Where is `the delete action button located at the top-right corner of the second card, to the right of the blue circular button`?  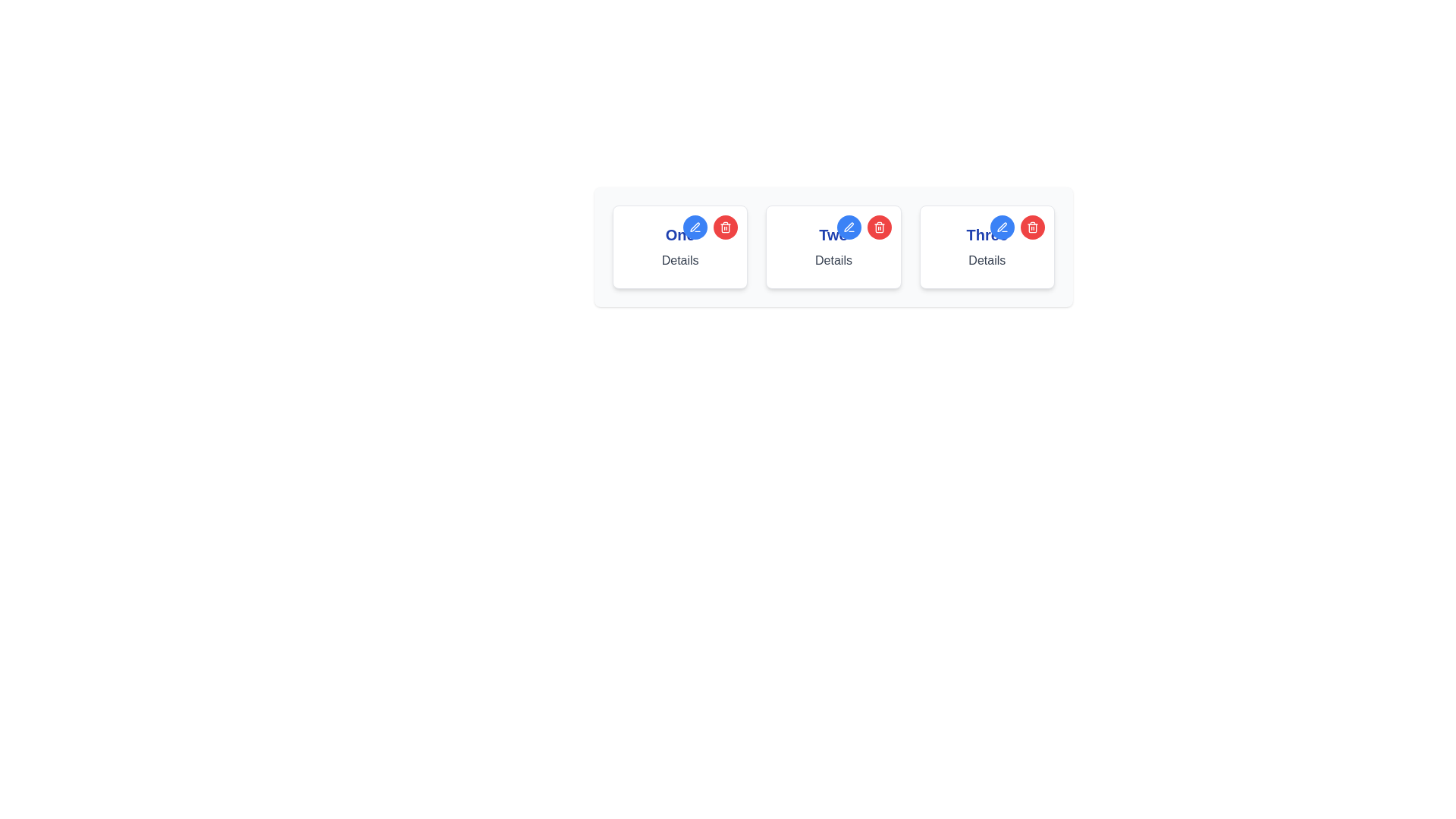 the delete action button located at the top-right corner of the second card, to the right of the blue circular button is located at coordinates (879, 227).